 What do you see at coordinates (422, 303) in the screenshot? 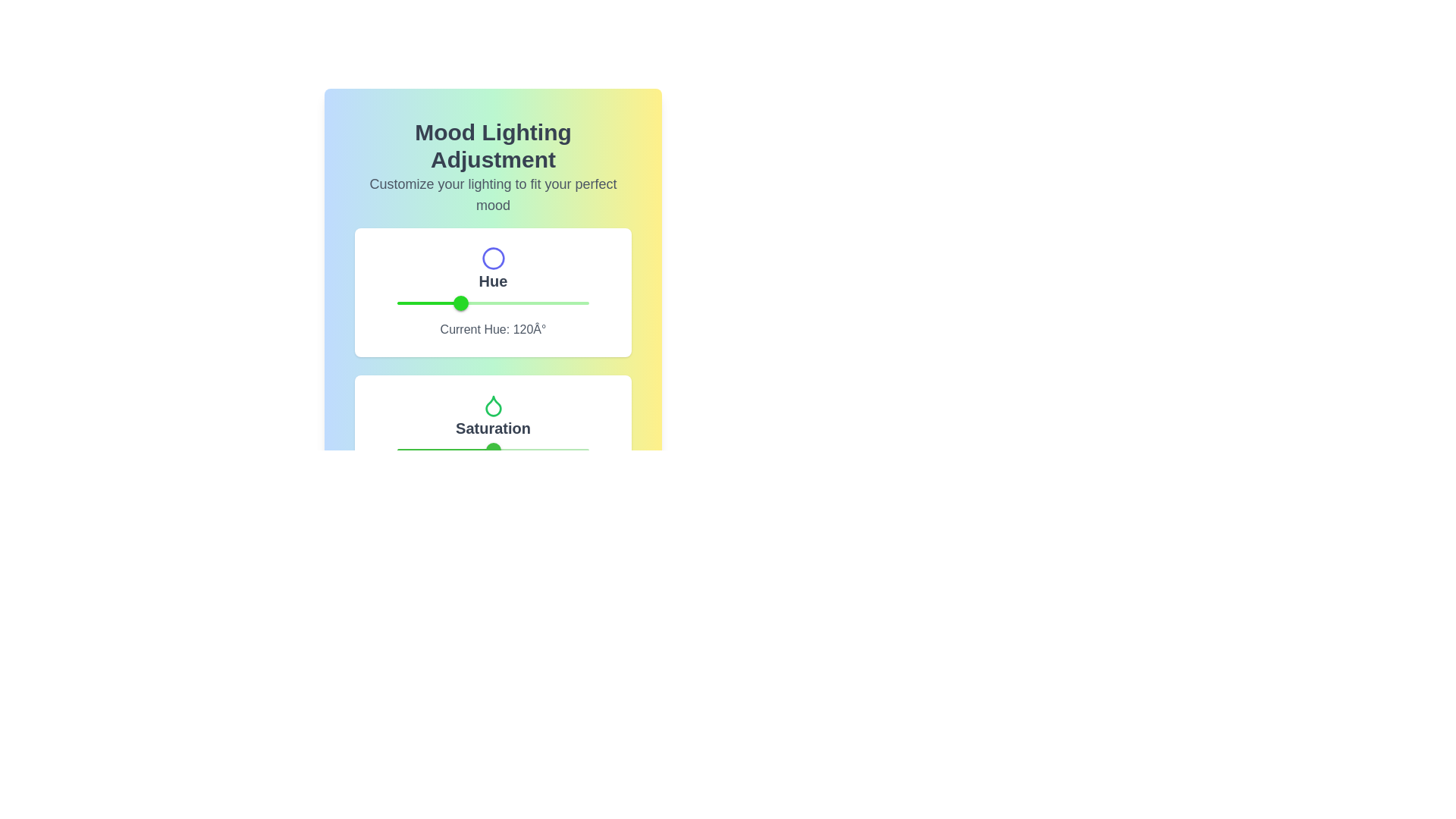
I see `the hue` at bounding box center [422, 303].